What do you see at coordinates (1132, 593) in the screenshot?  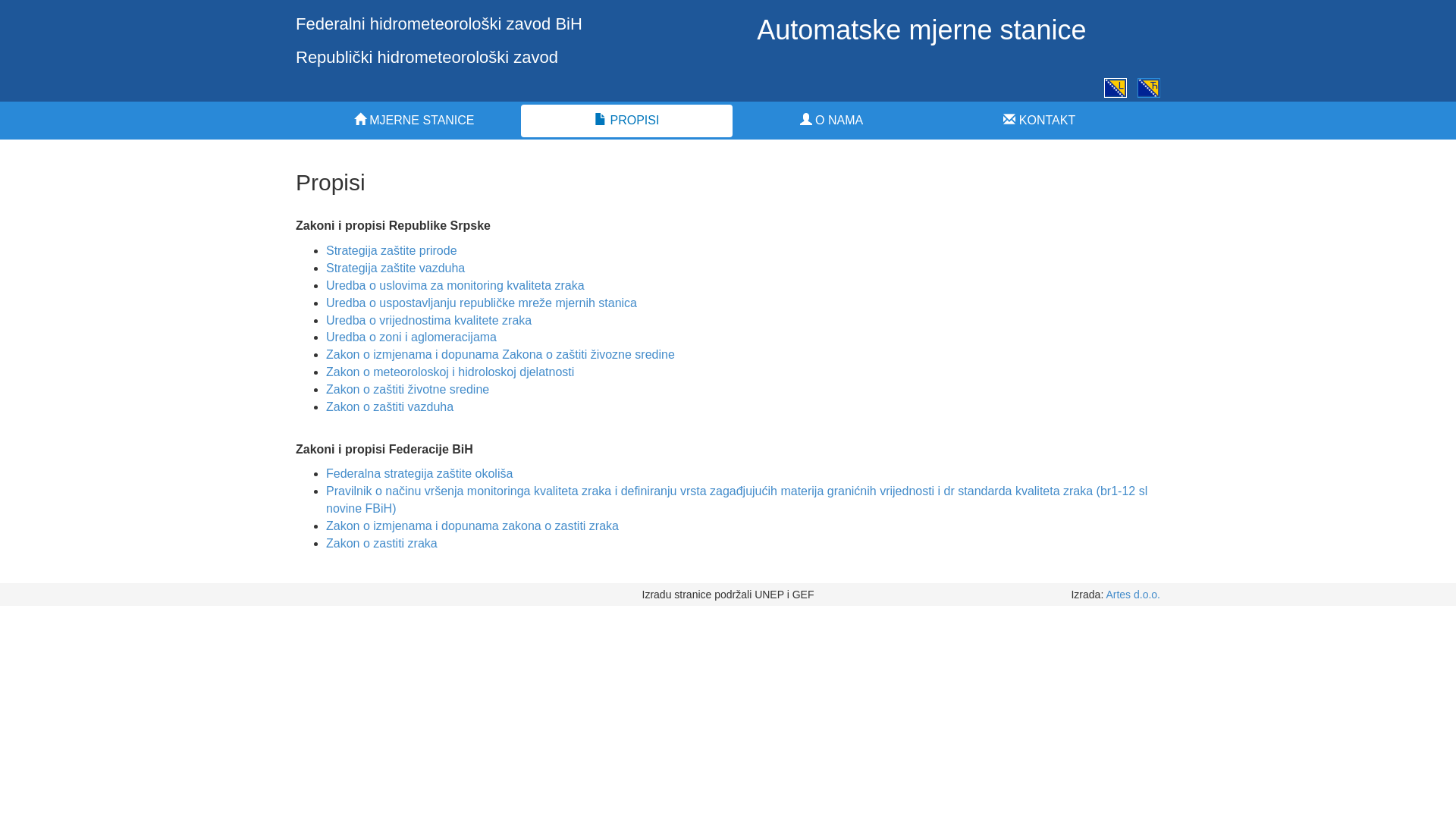 I see `'Artes d.o.o.'` at bounding box center [1132, 593].